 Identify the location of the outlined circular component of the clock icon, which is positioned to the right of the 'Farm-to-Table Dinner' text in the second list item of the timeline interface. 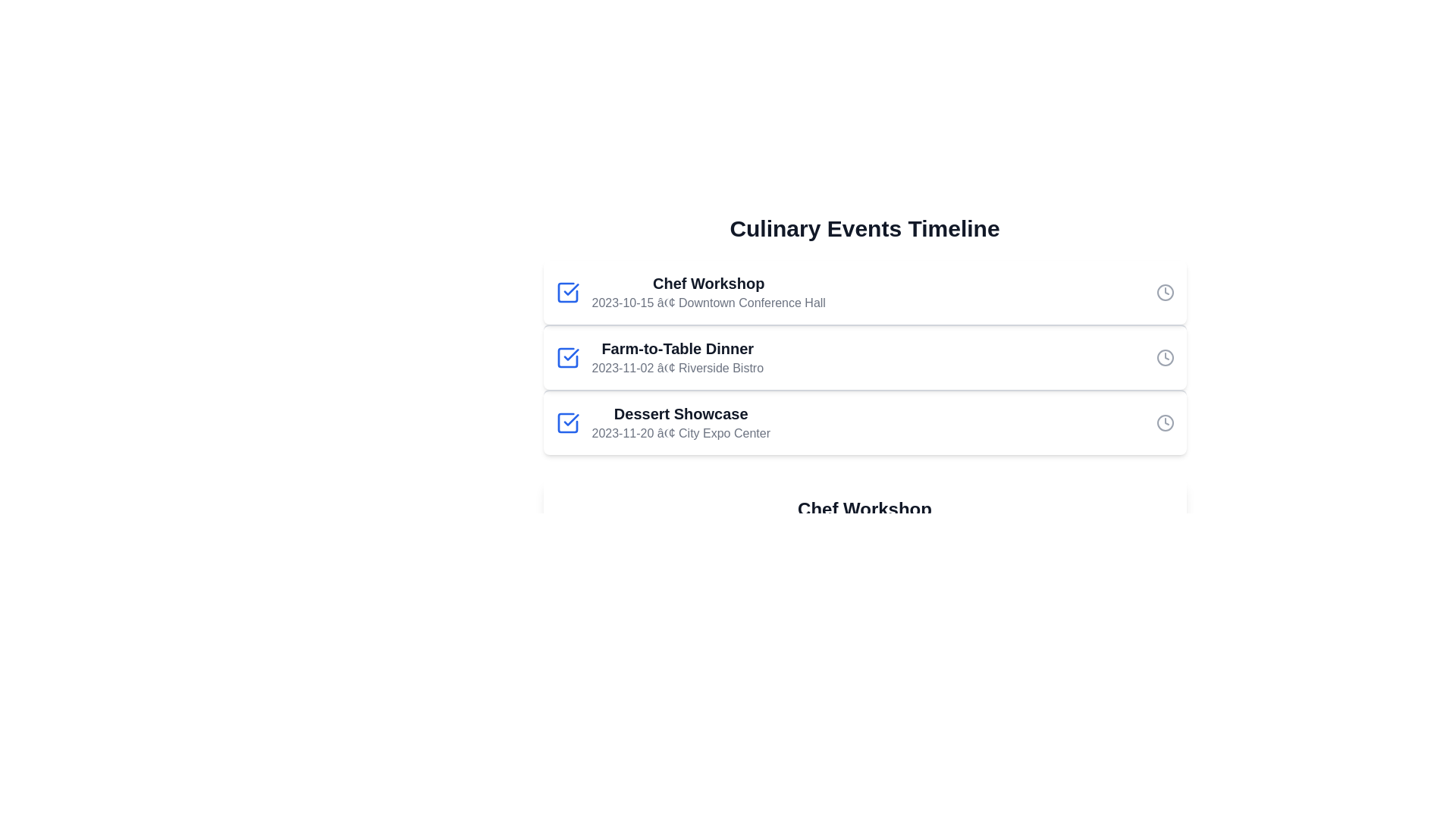
(1164, 357).